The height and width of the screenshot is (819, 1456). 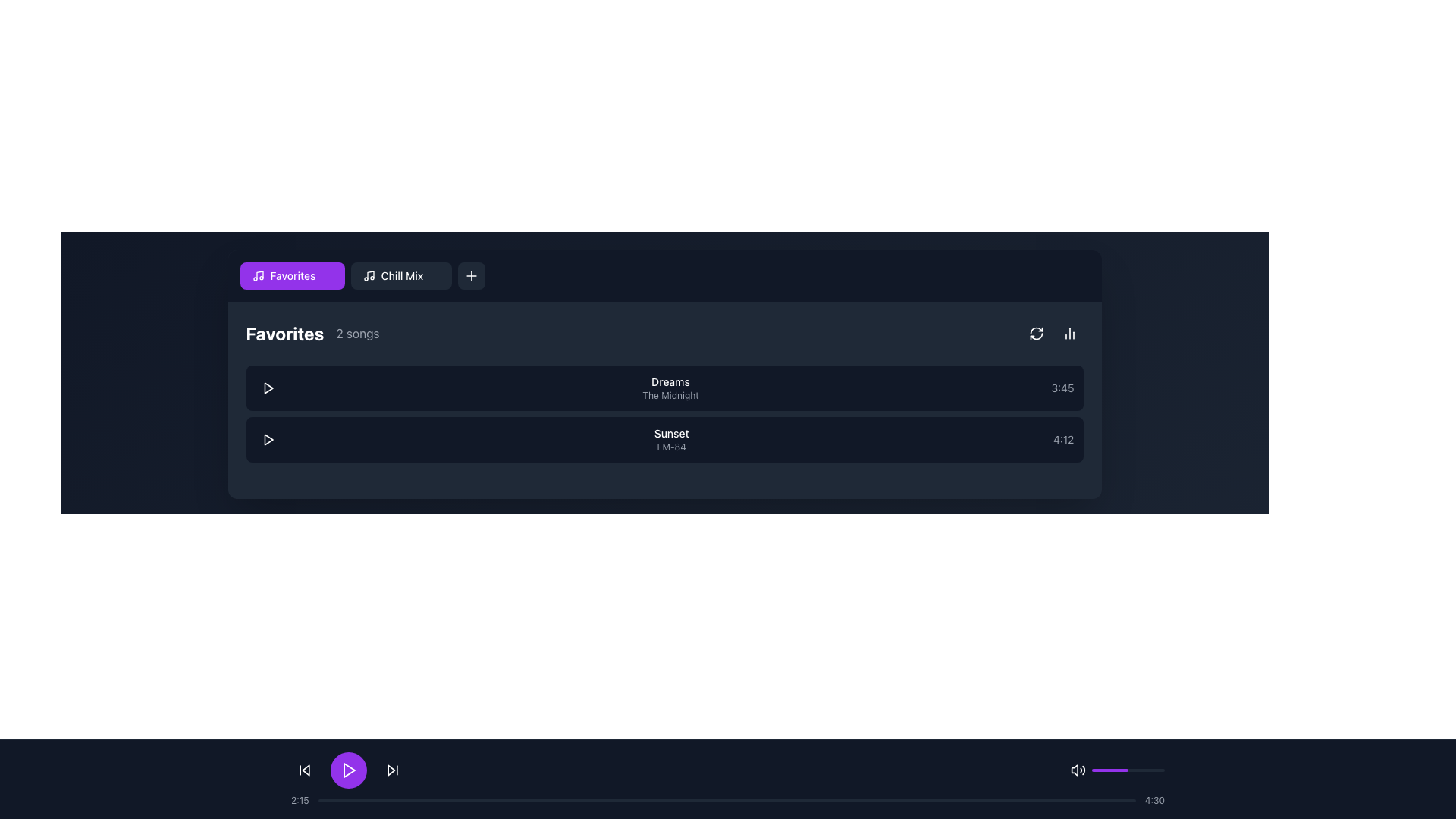 I want to click on the circular button with a dark background containing a white triangular play icon for the song 'Dreams' by 'The Midnight' to change its background color, so click(x=268, y=388).